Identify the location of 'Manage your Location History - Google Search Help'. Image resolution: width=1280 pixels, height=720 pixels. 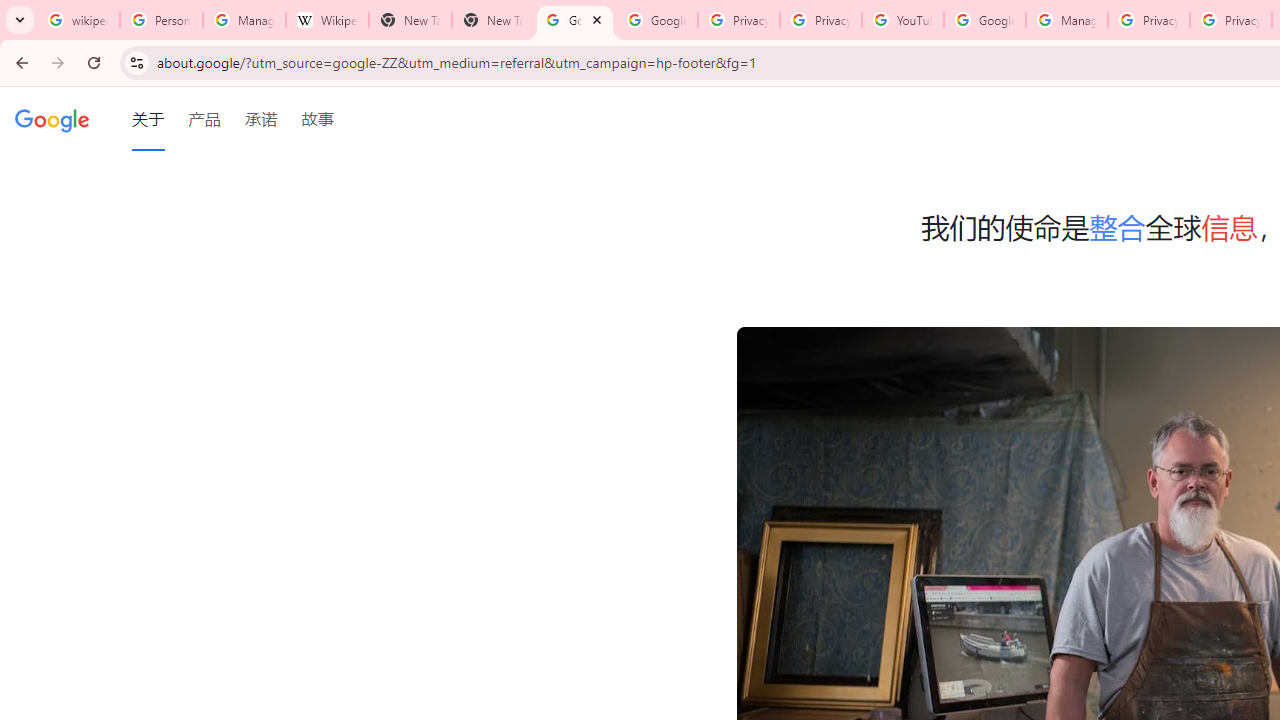
(243, 20).